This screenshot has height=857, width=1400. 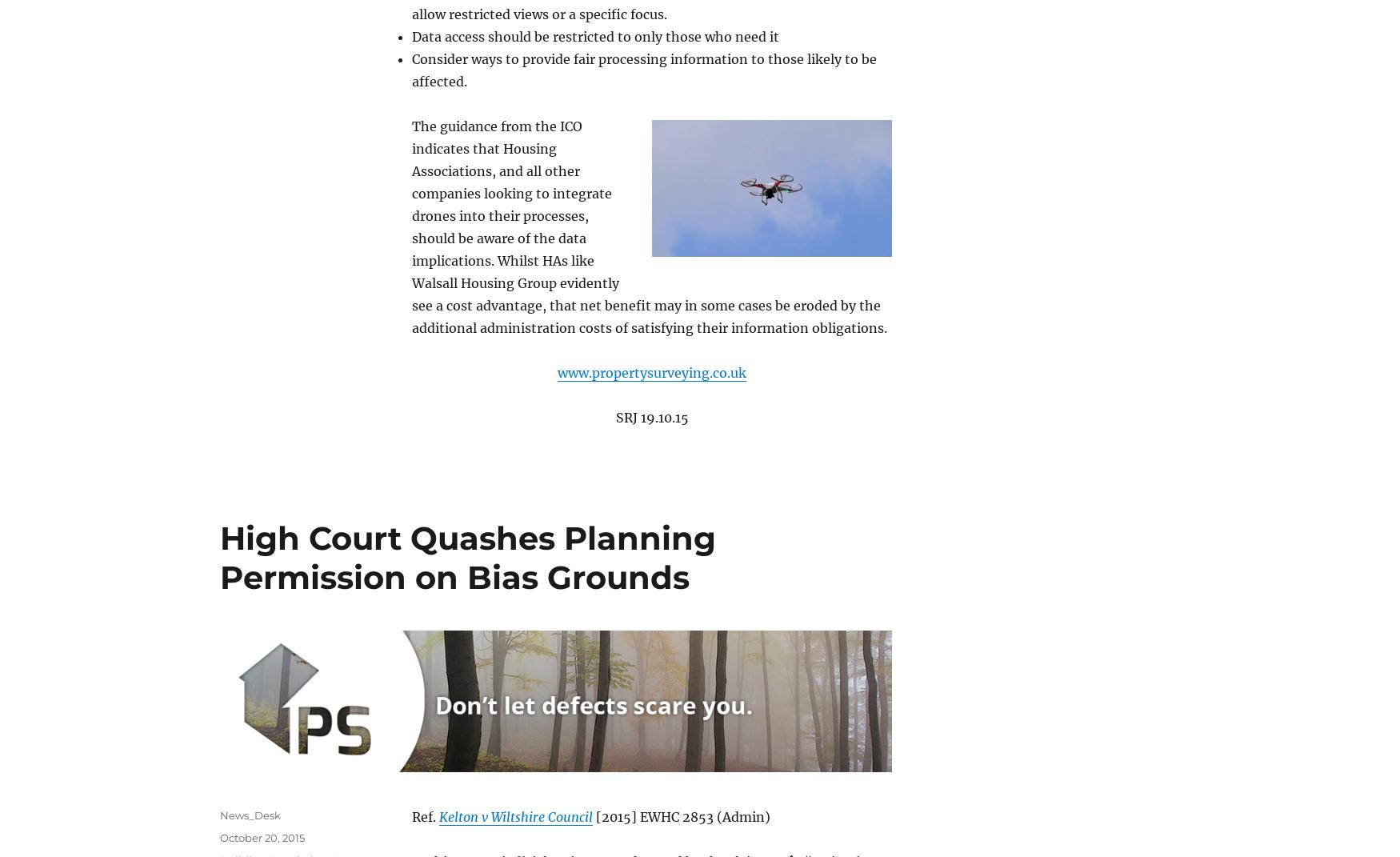 I want to click on '[2015] EWHC 2853 (Admin)', so click(x=682, y=816).